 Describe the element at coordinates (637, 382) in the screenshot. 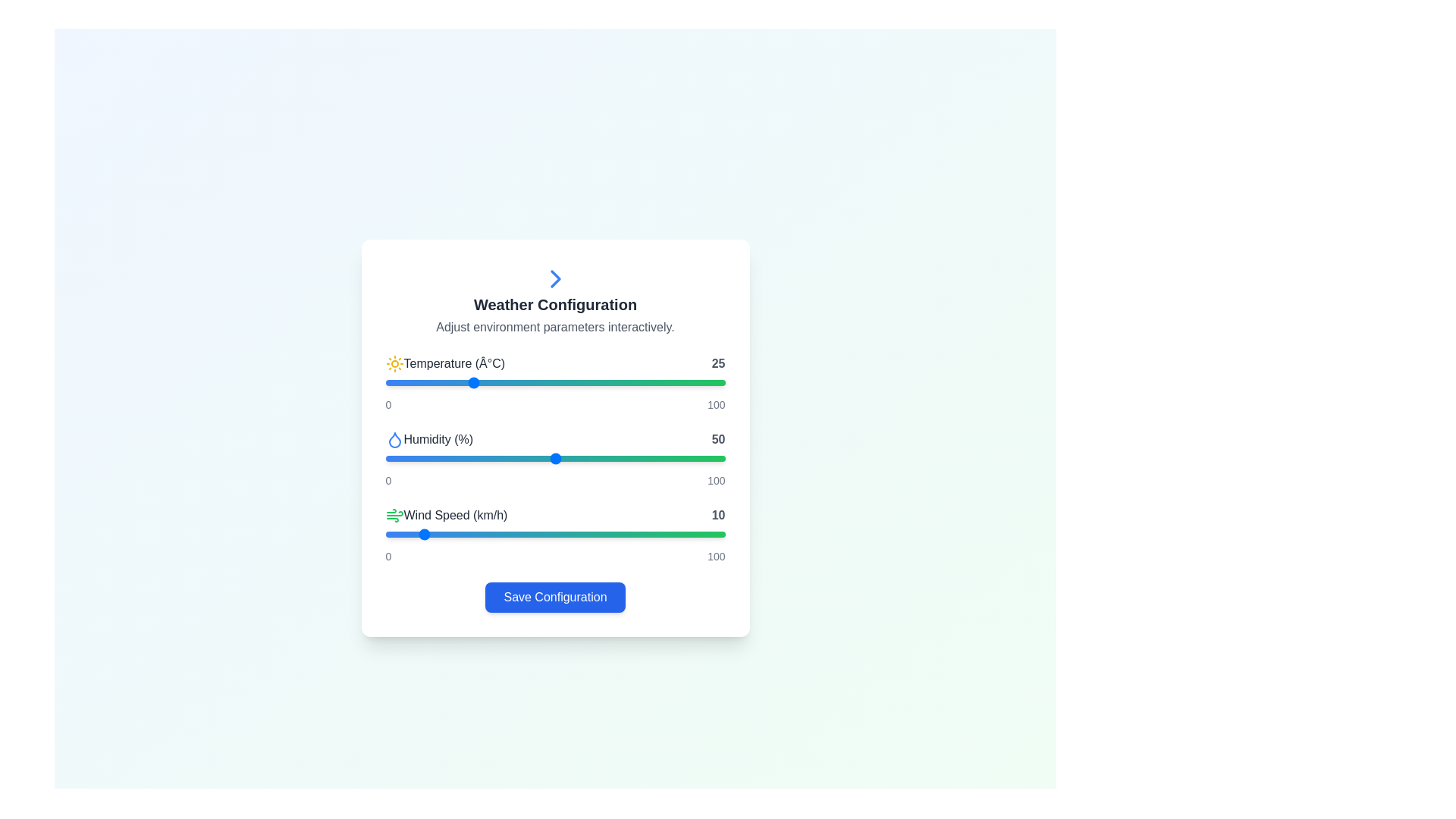

I see `slider value` at that location.